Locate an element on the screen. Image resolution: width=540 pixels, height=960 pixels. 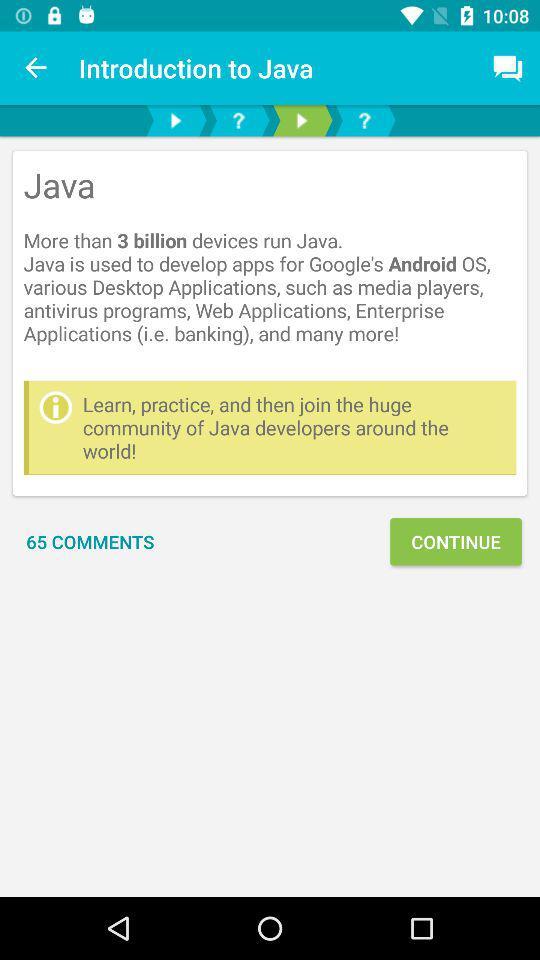
next page is located at coordinates (300, 120).